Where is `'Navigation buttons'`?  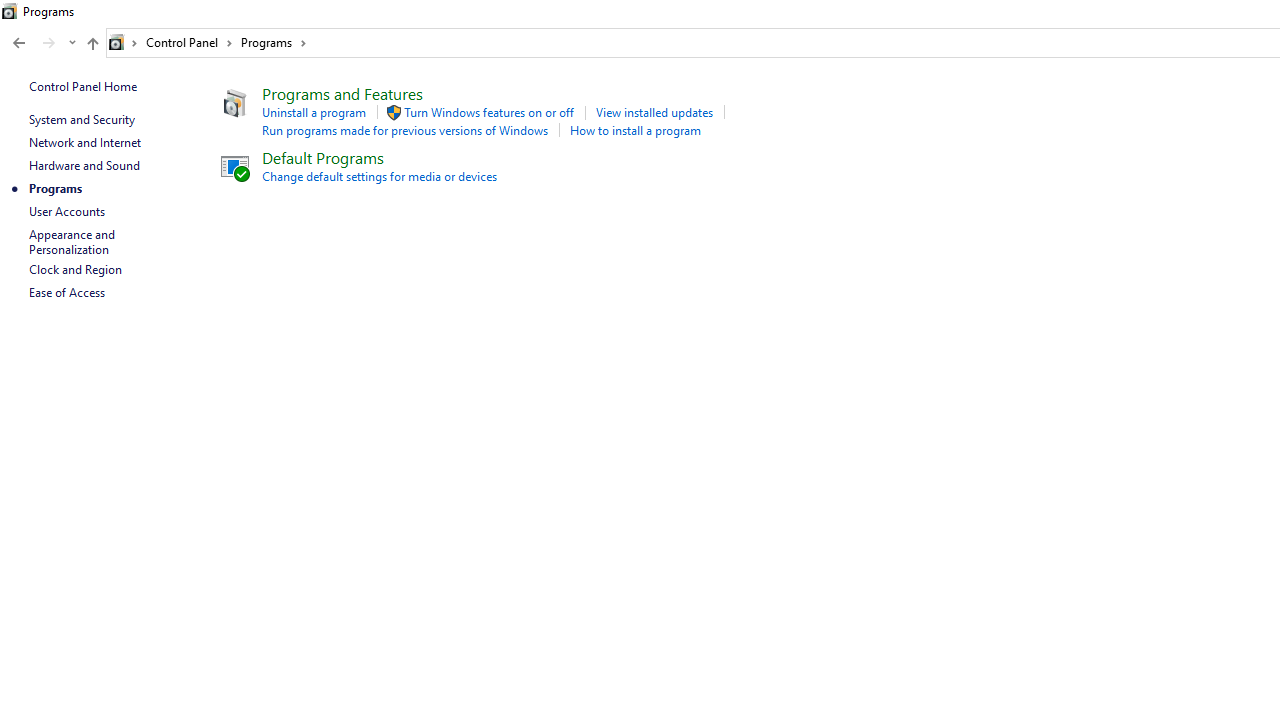 'Navigation buttons' is located at coordinates (42, 43).